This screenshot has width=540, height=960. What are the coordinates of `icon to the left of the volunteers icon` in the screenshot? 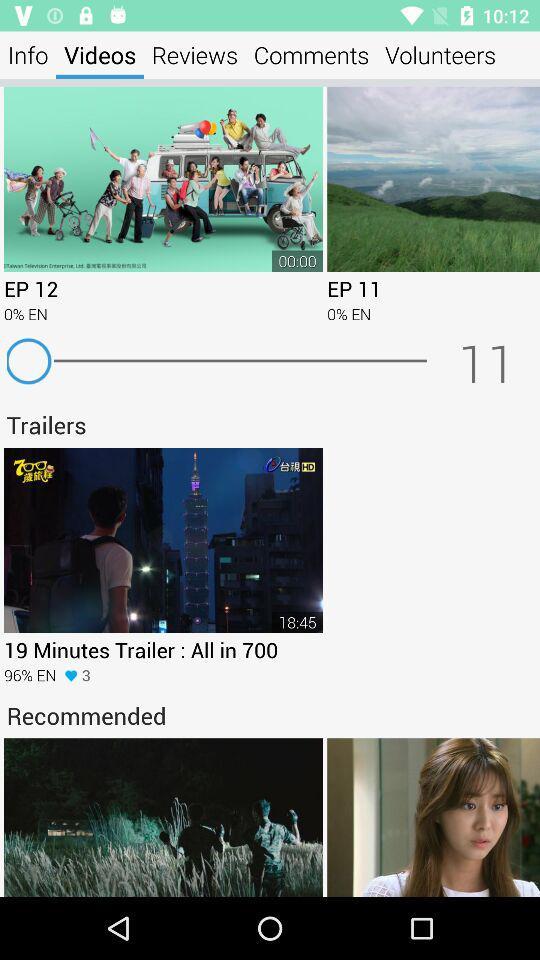 It's located at (311, 54).